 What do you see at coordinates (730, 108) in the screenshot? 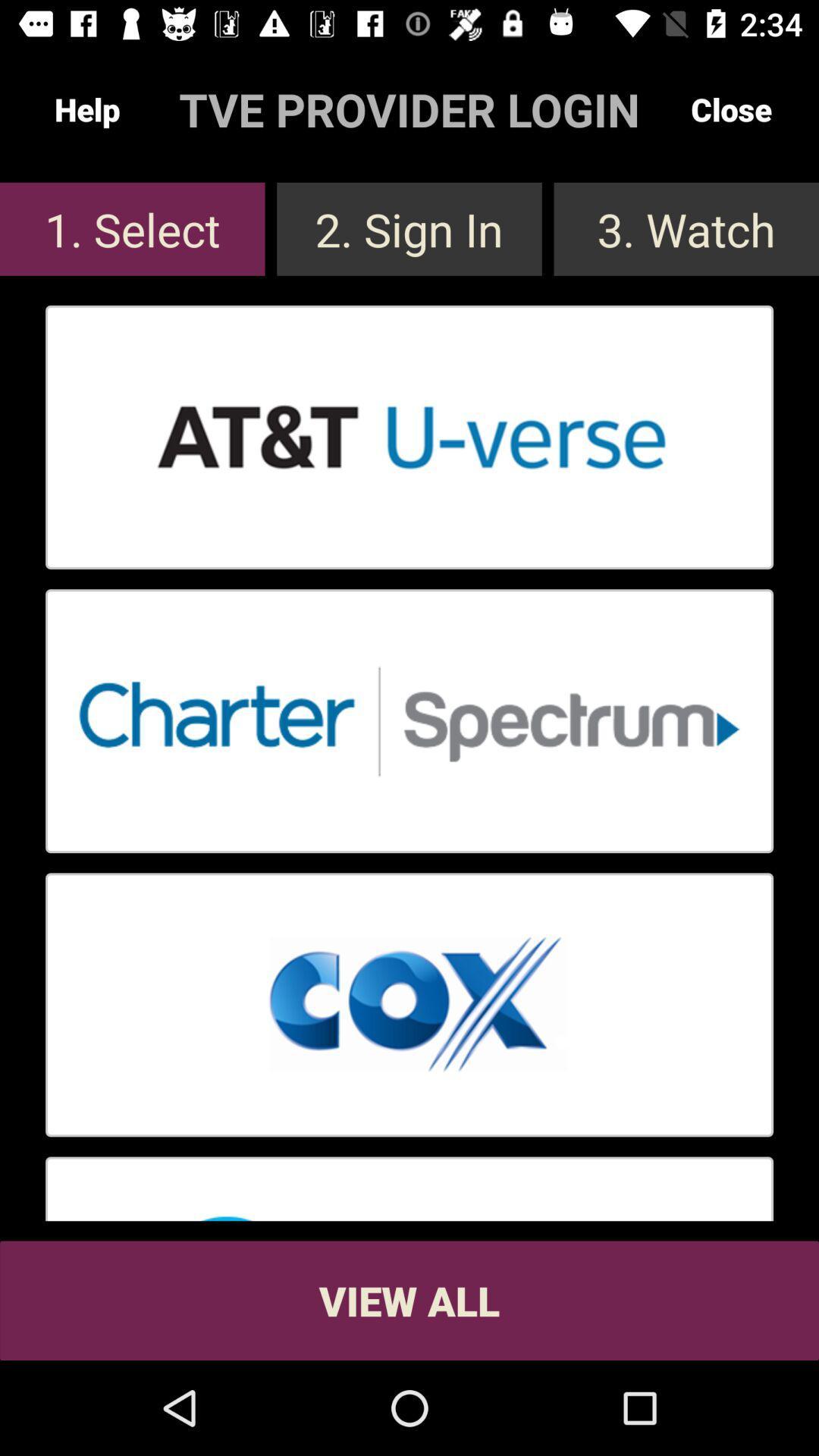
I see `the item next to tve provider login icon` at bounding box center [730, 108].